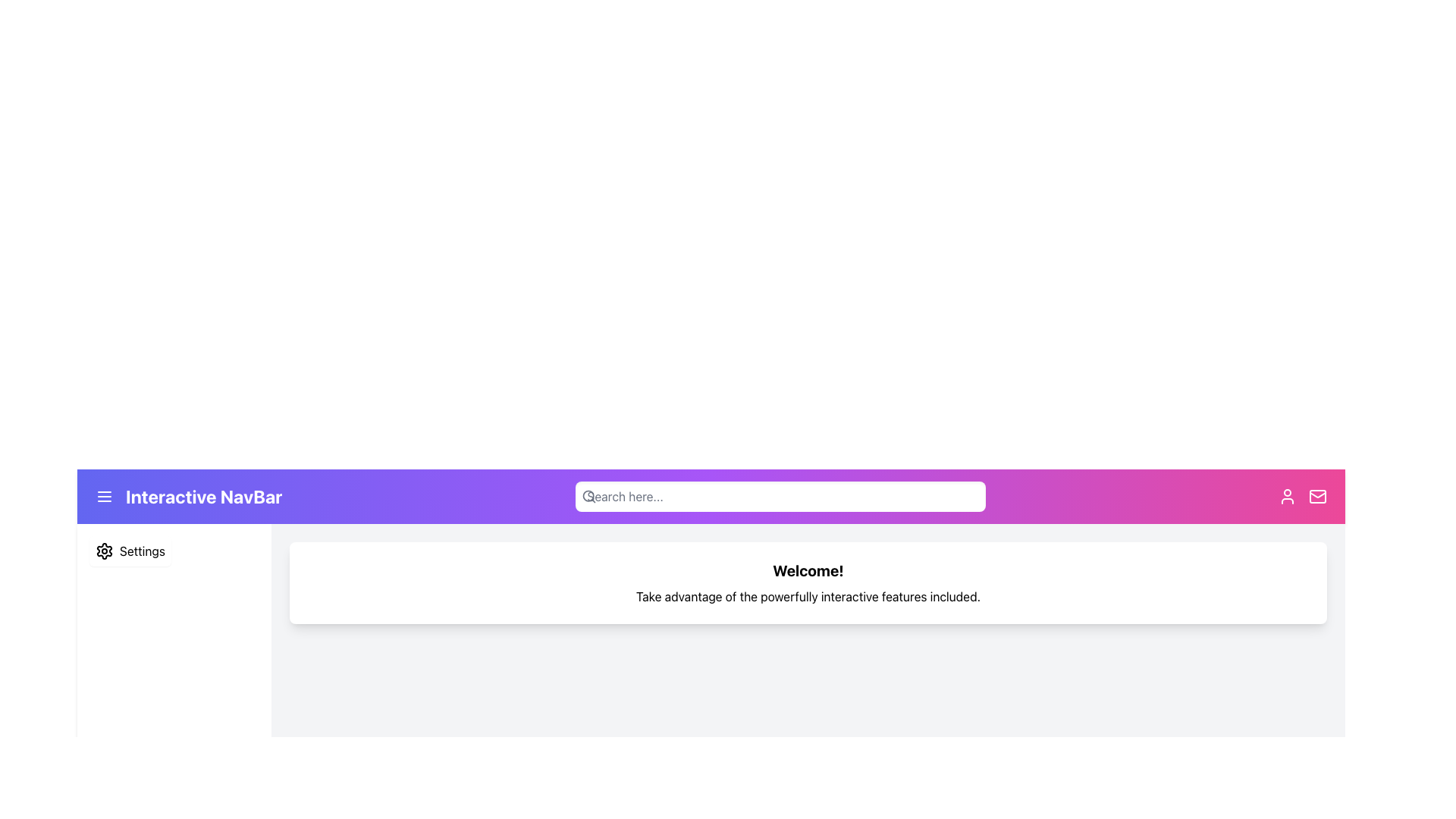 The image size is (1456, 819). What do you see at coordinates (807, 570) in the screenshot?
I see `the prominent text label that reads 'Welcome!', which is styled in bold and enlarged font and located at the top of a white, rounded box with a shadow effect` at bounding box center [807, 570].